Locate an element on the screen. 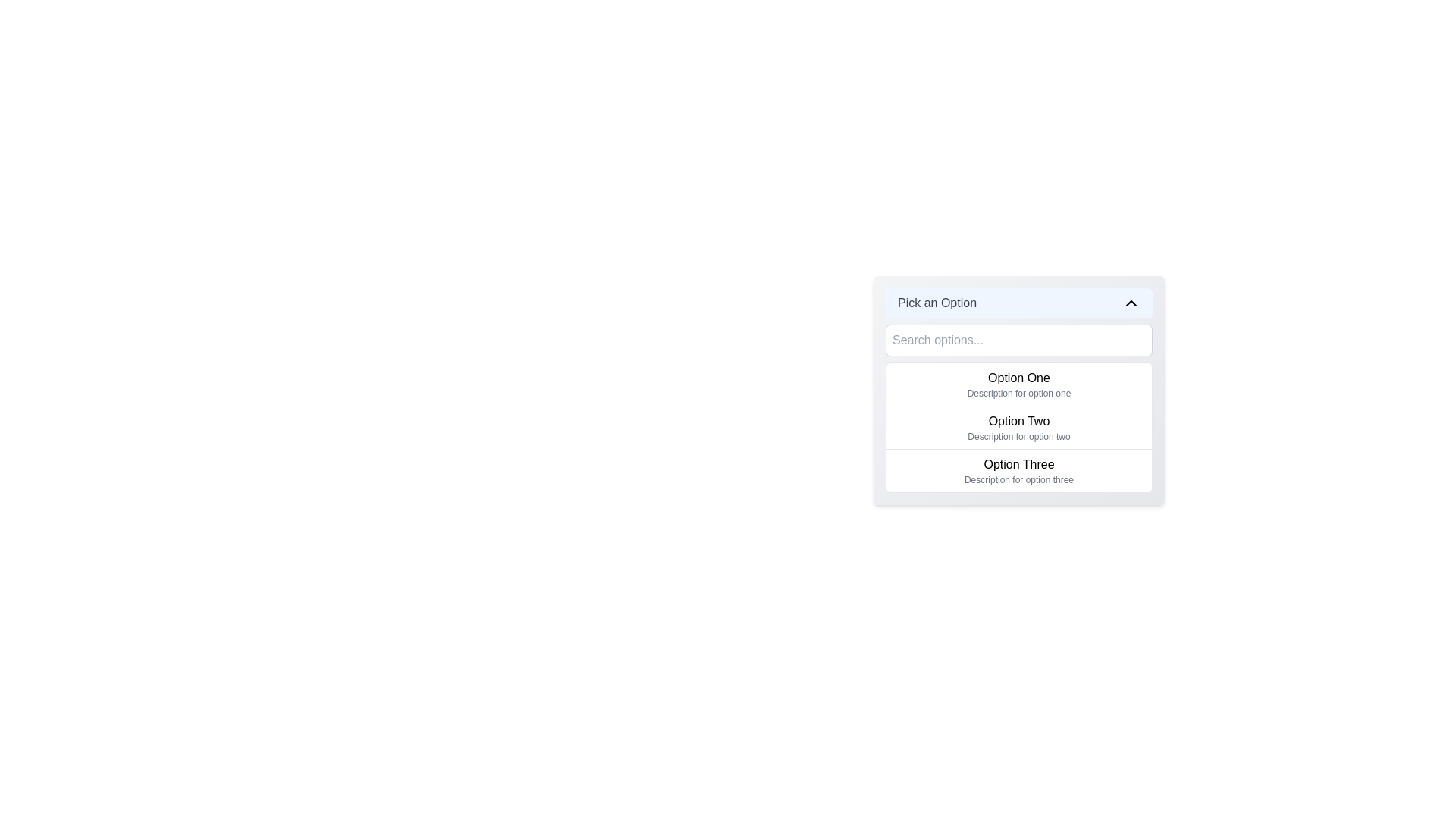 The width and height of the screenshot is (1456, 819). the 'Option One' item in the drop-down list is located at coordinates (1019, 383).